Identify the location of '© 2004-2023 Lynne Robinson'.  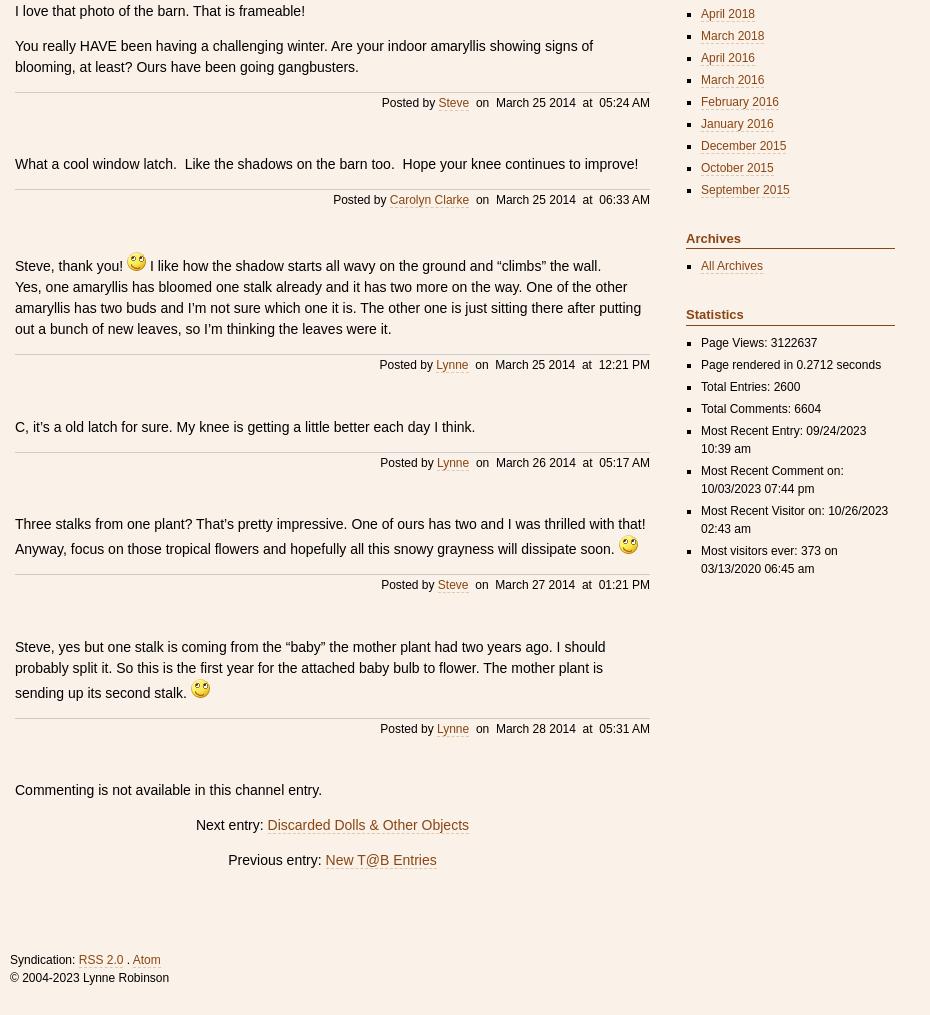
(9, 977).